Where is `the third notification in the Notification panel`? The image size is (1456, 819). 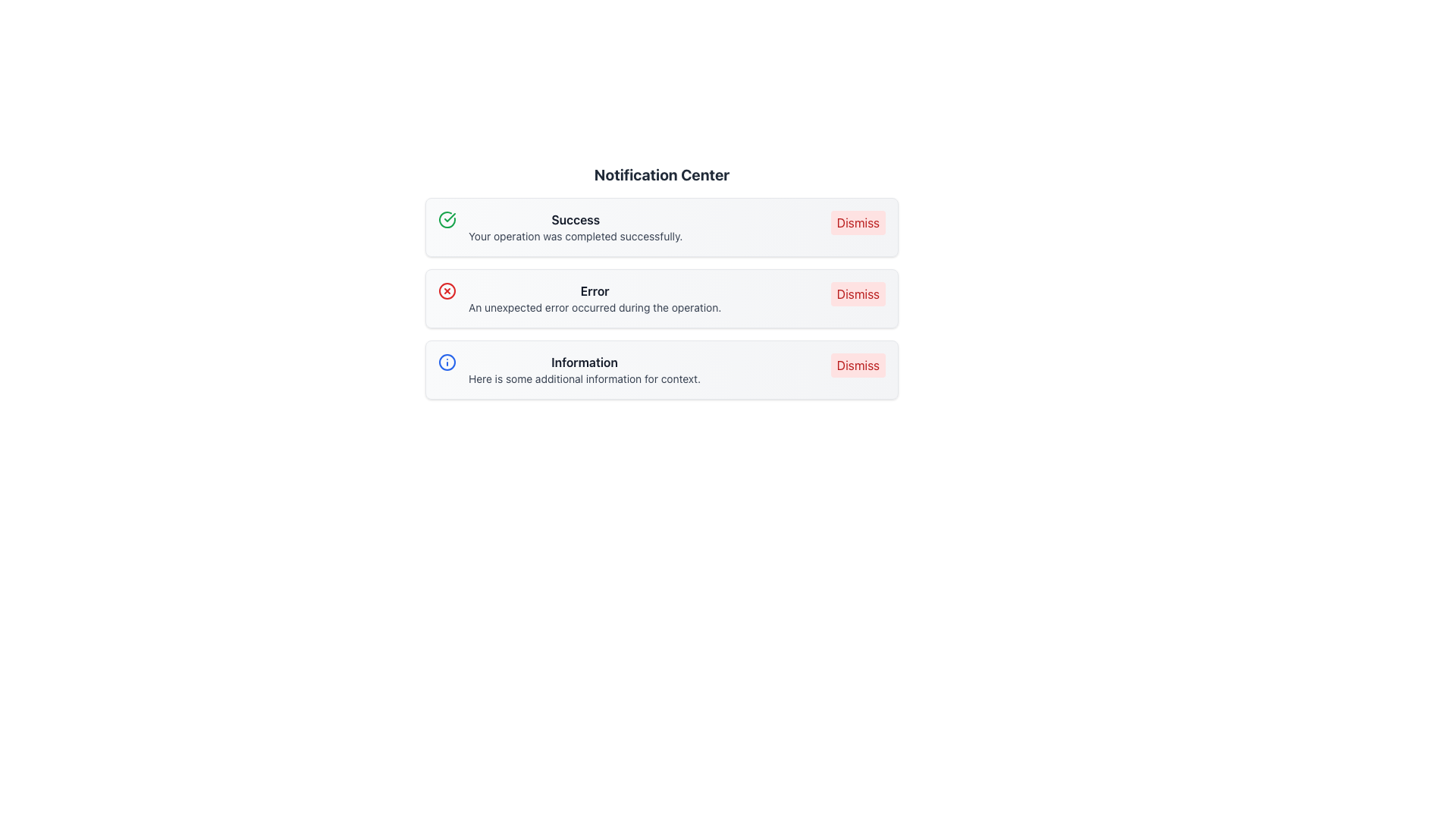 the third notification in the Notification panel is located at coordinates (662, 370).